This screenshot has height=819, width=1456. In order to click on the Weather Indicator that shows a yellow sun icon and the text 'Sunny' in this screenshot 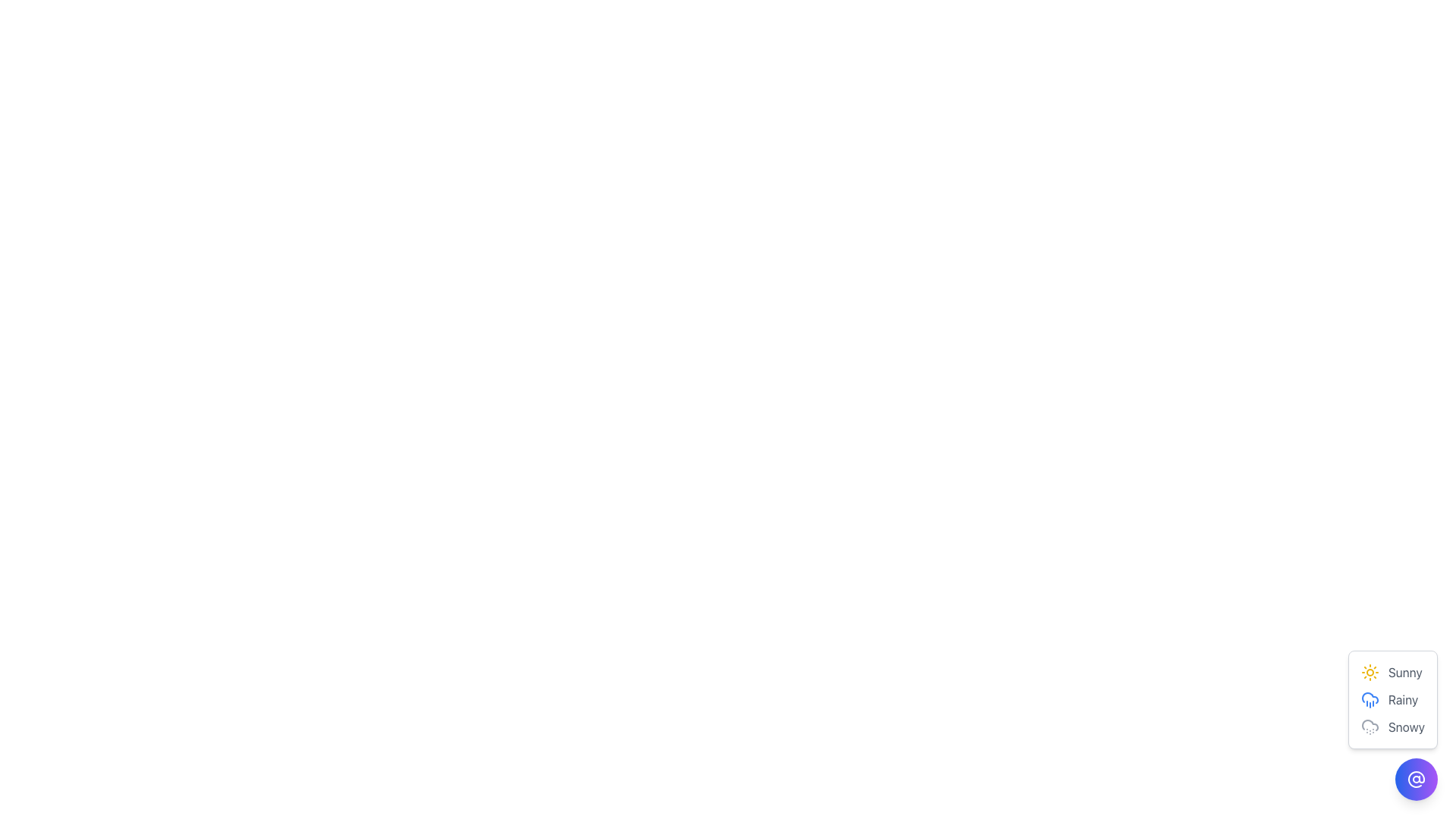, I will do `click(1392, 672)`.